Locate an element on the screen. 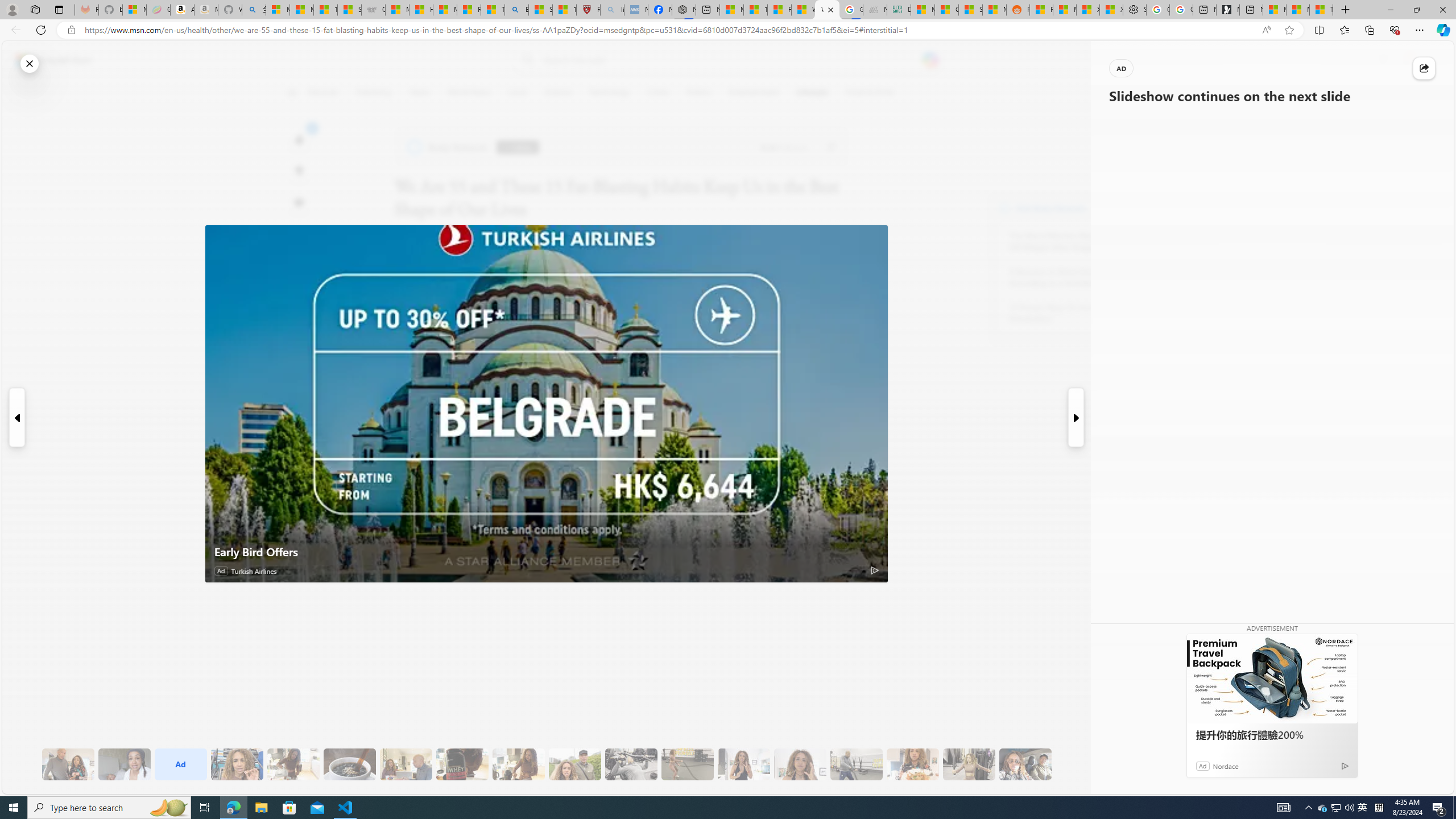 The image size is (1456, 819). '14 They Have Salmon and Veggies for Dinner' is located at coordinates (913, 764).